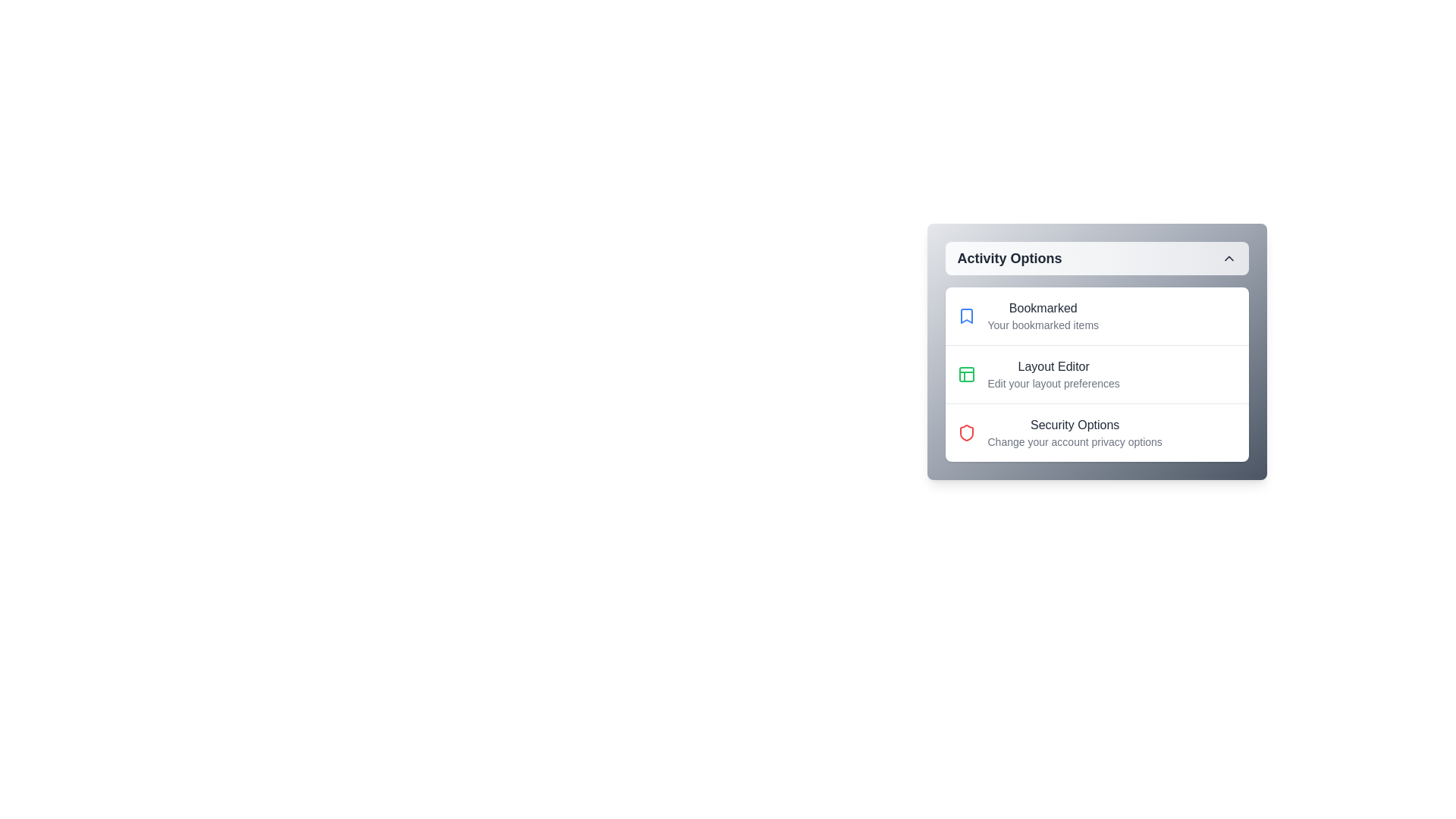 Image resolution: width=1456 pixels, height=819 pixels. What do you see at coordinates (1042, 324) in the screenshot?
I see `the instructional text located below the 'Bookmarked' section in the 'Activity Options' panel` at bounding box center [1042, 324].